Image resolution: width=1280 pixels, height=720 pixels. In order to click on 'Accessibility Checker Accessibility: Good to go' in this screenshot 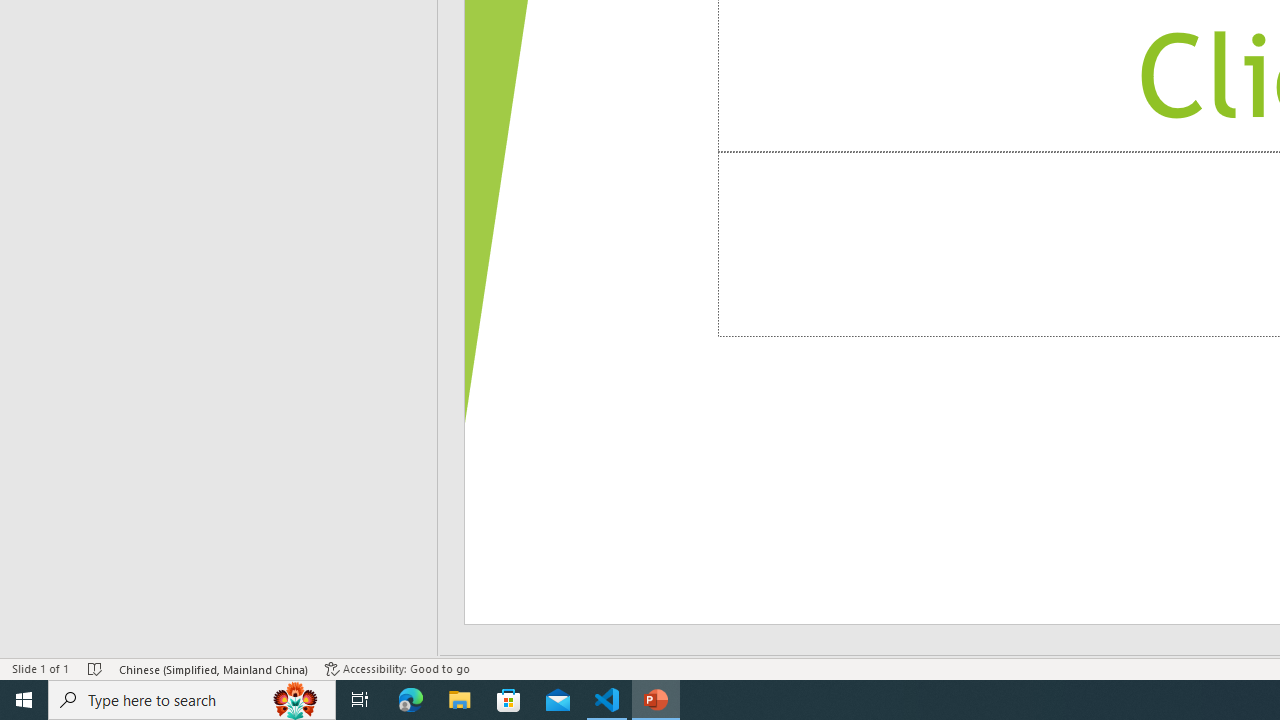, I will do `click(397, 669)`.